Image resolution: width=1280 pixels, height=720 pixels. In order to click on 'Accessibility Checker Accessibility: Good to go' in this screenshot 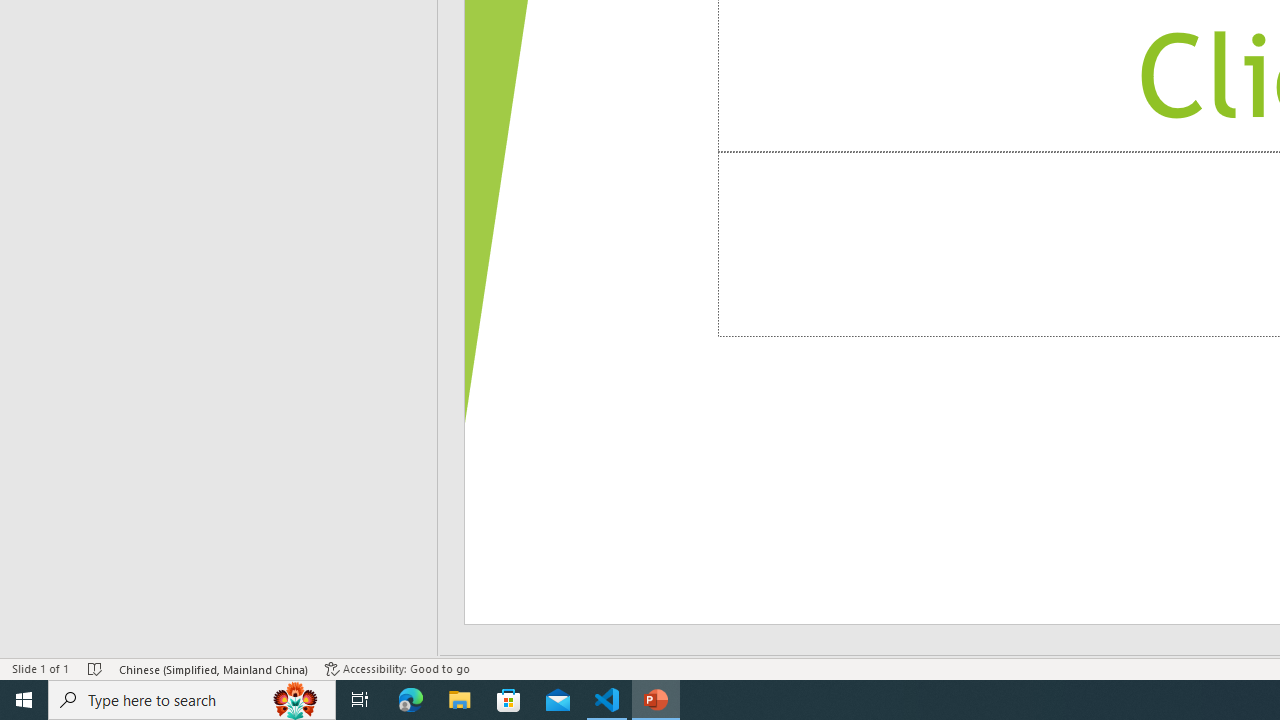, I will do `click(397, 669)`.